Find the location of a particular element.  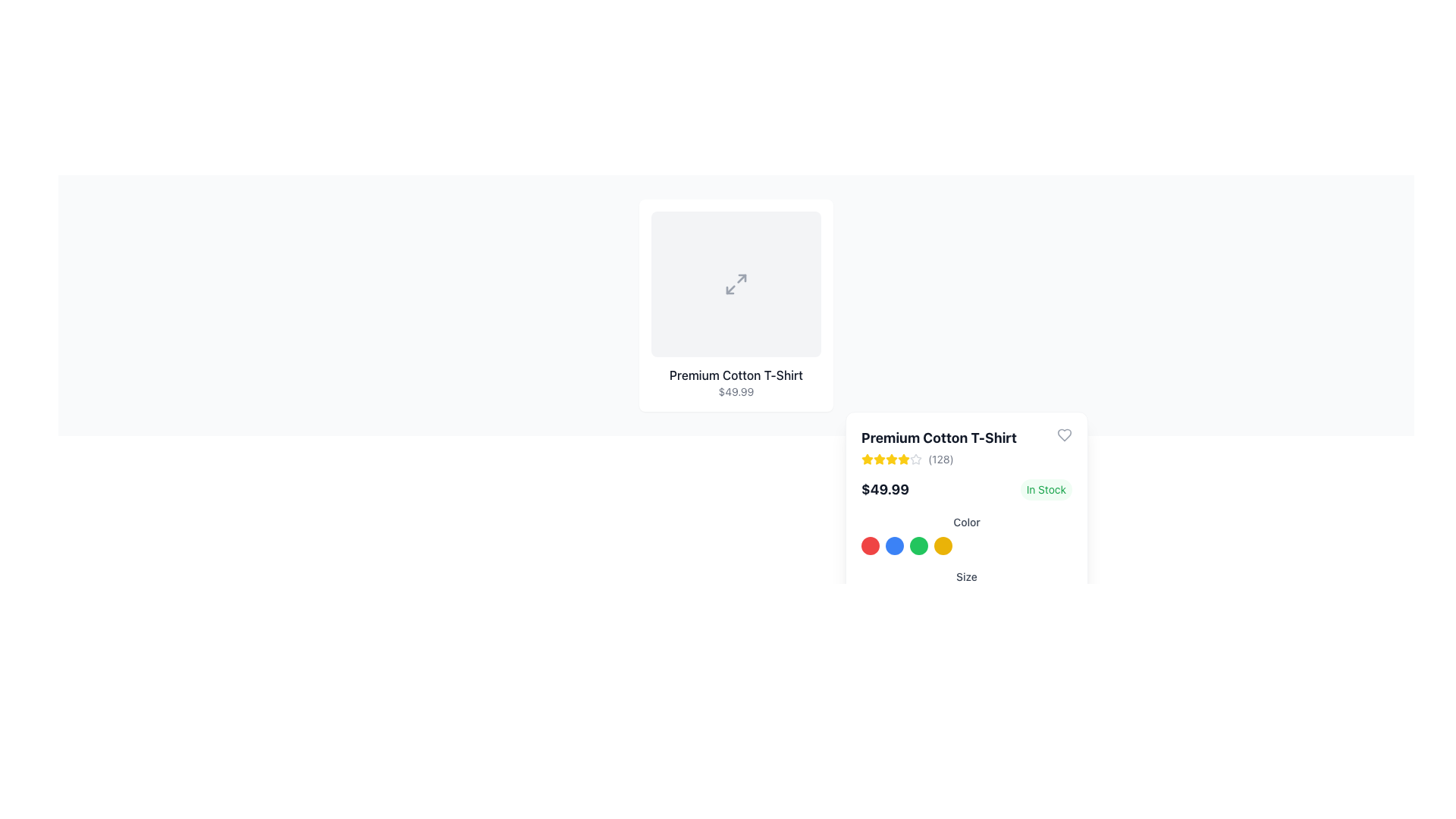

the interactive selector for the green color option, which is the third circular icon in a horizontal group located beneath the 'Color' label is located at coordinates (918, 546).